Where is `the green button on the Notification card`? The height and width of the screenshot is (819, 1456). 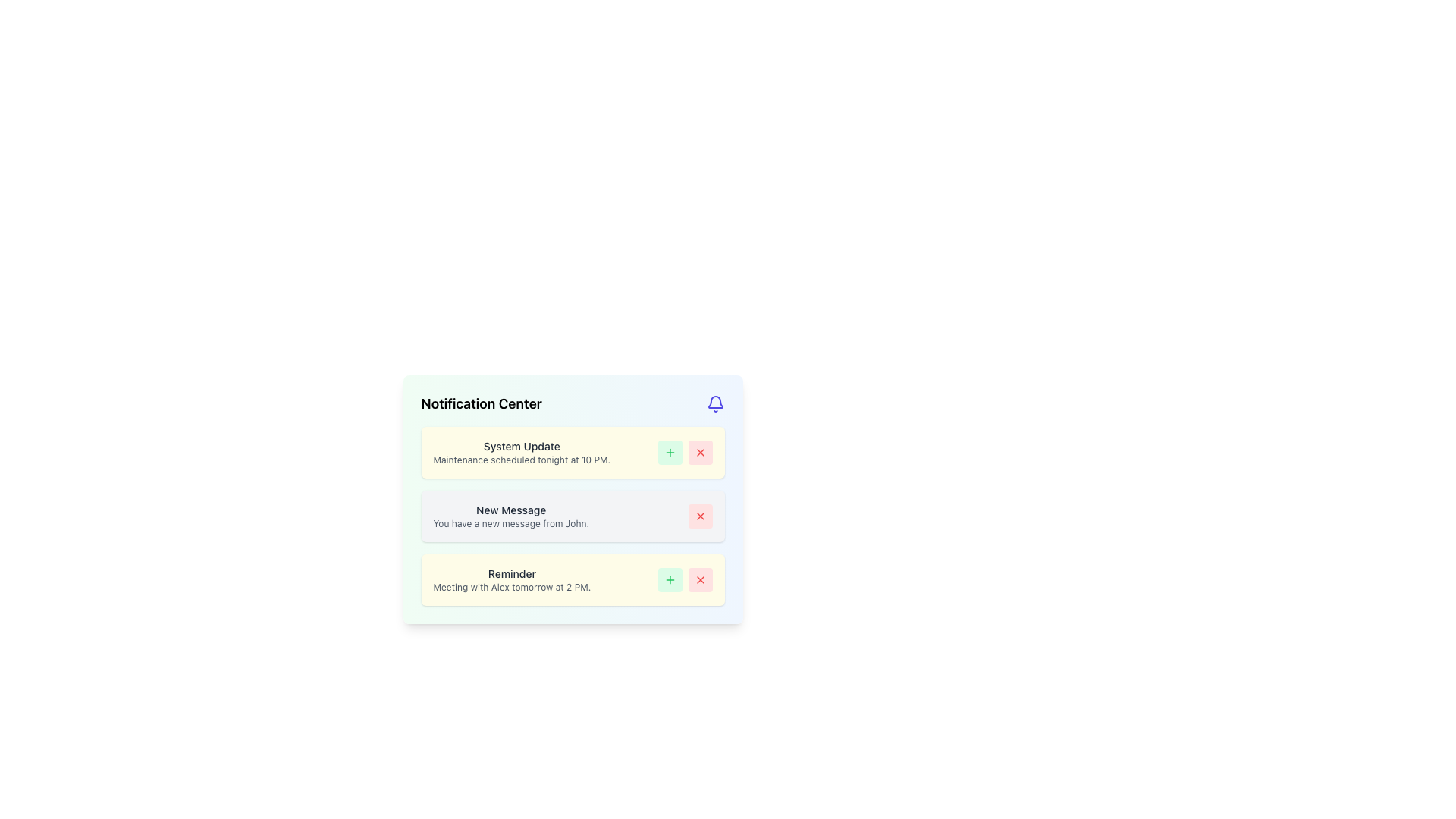 the green button on the Notification card is located at coordinates (572, 452).